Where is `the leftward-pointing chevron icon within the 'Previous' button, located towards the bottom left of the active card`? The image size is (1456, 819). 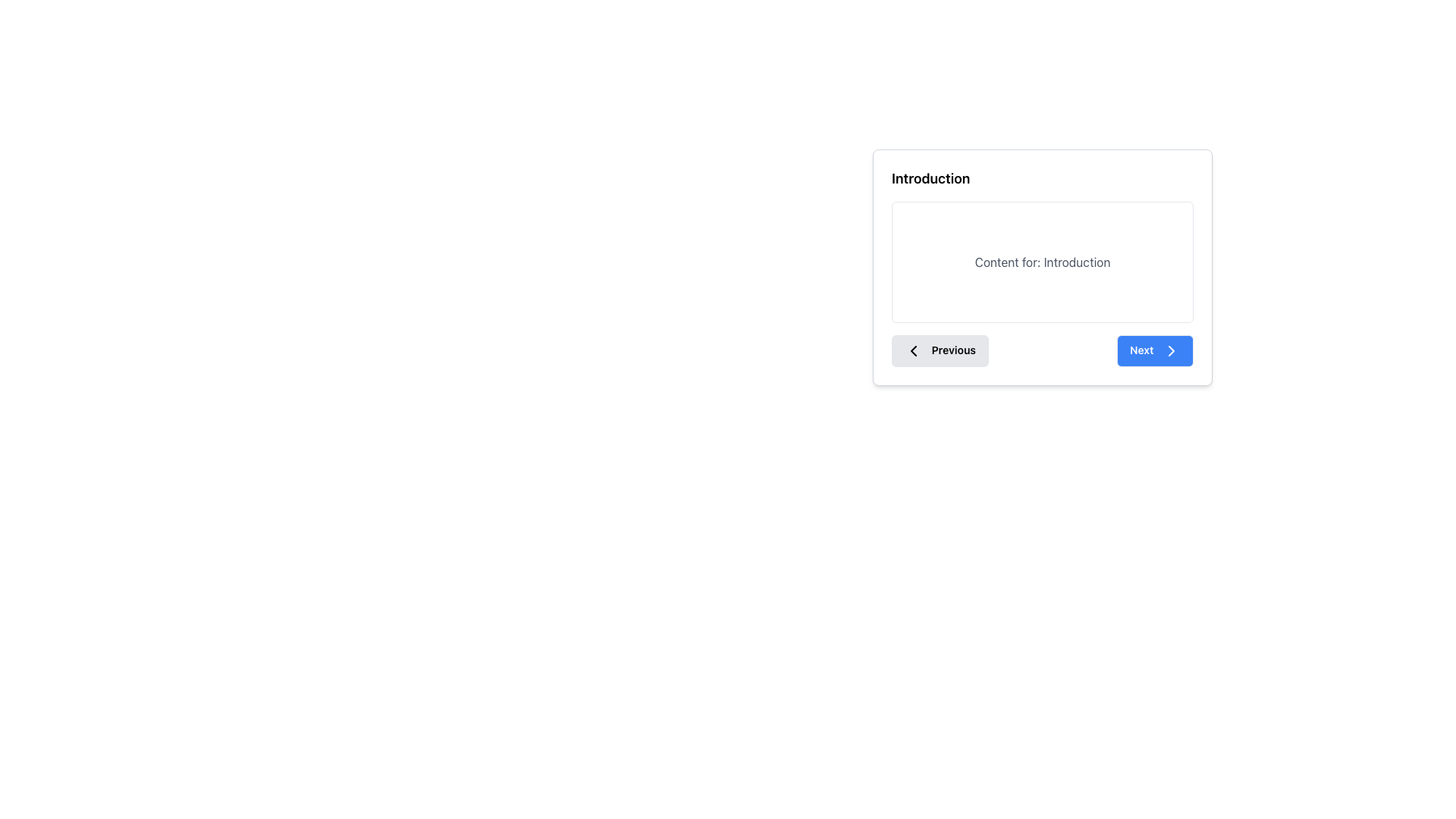 the leftward-pointing chevron icon within the 'Previous' button, located towards the bottom left of the active card is located at coordinates (912, 350).